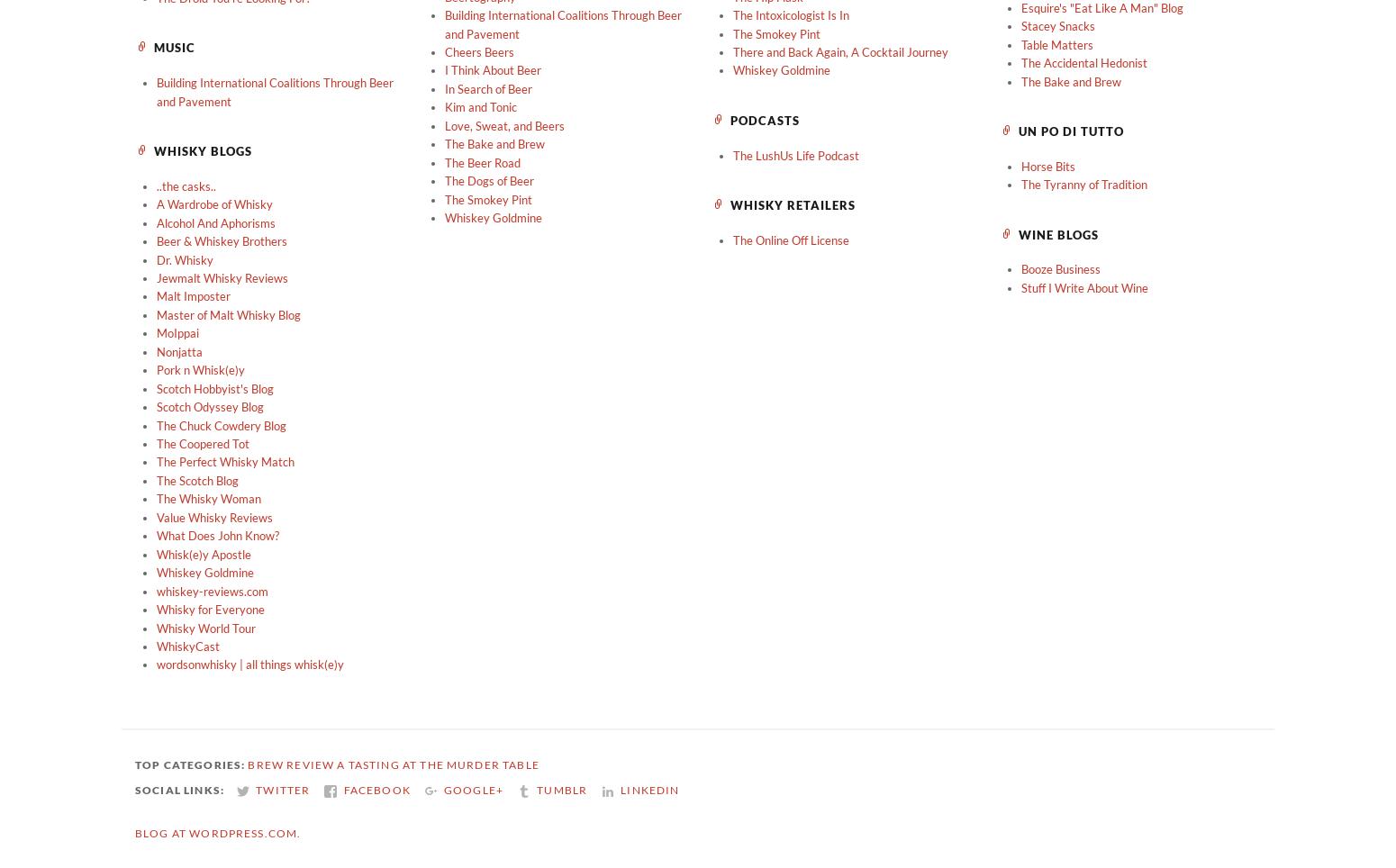  I want to click on 'Whisky Blogs', so click(202, 150).